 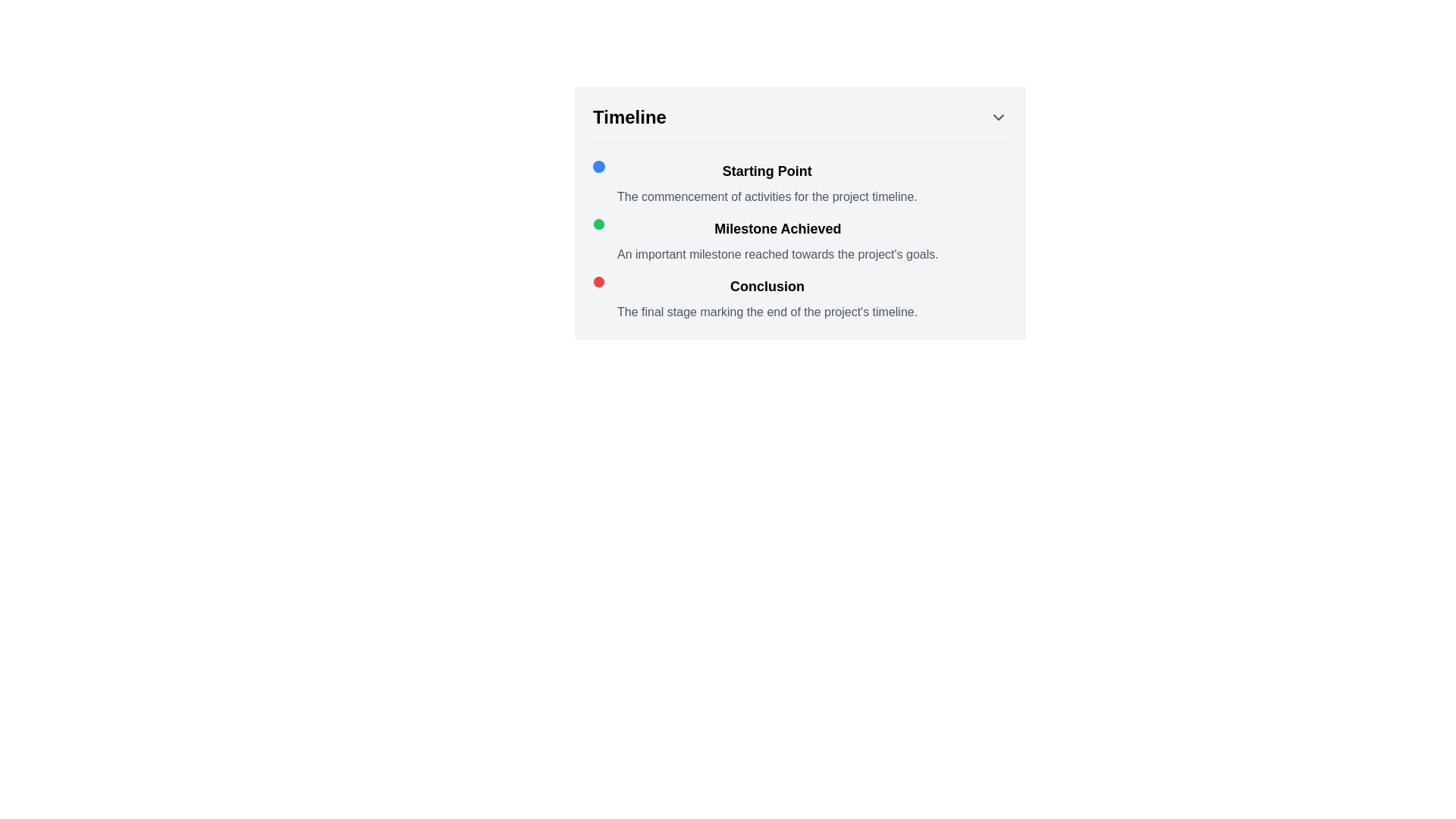 I want to click on the text block with the heading 'Milestone Achieved' and description 'An important milestone reached towards the project's goals', which features a green circular icon on the left side, so click(x=799, y=240).